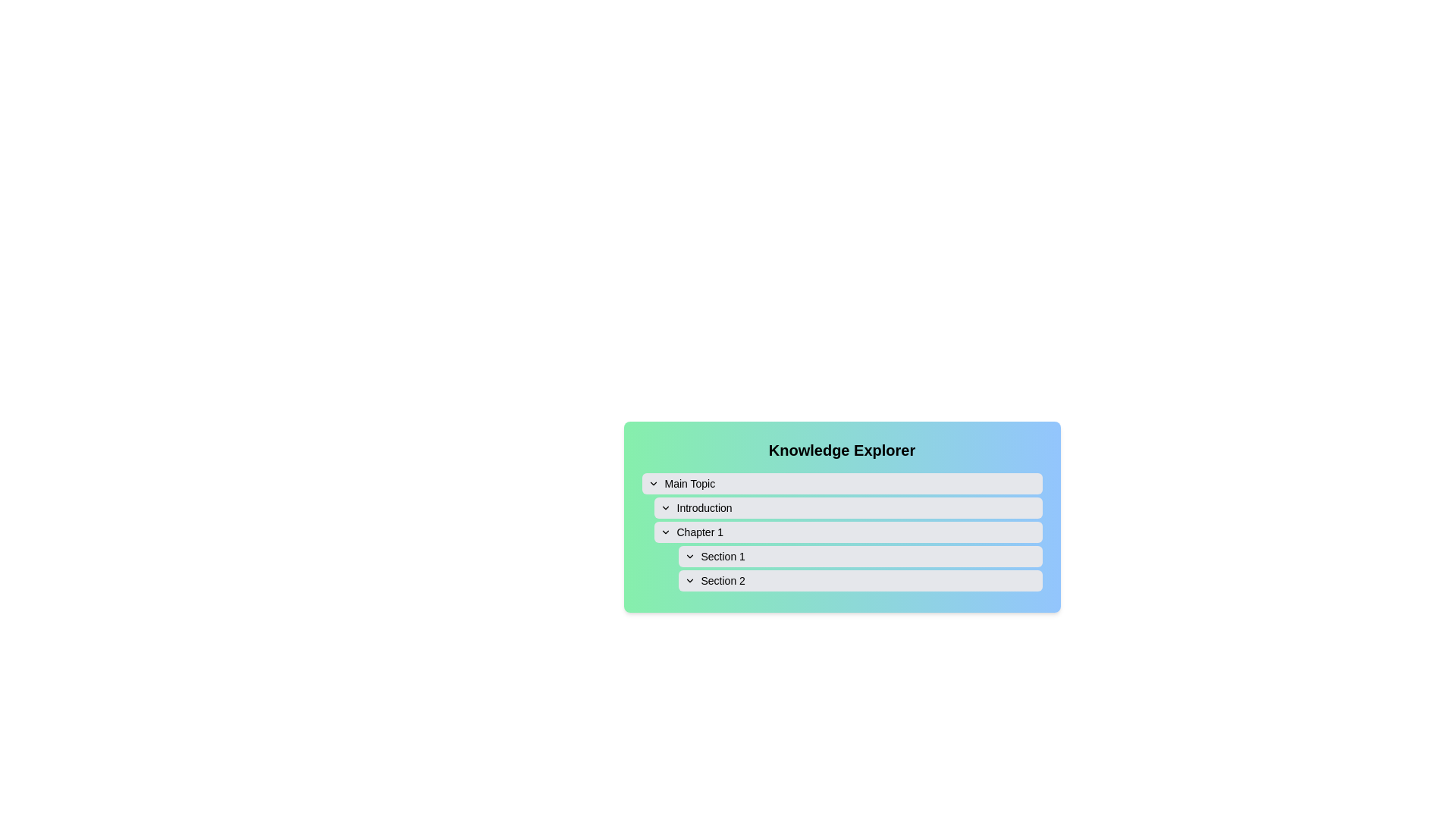 The image size is (1456, 819). Describe the element at coordinates (722, 556) in the screenshot. I see `the text label that signifies the title of the corresponding section in the hierarchical view under 'Chapter 1', located adjacent to an arrow icon` at that location.